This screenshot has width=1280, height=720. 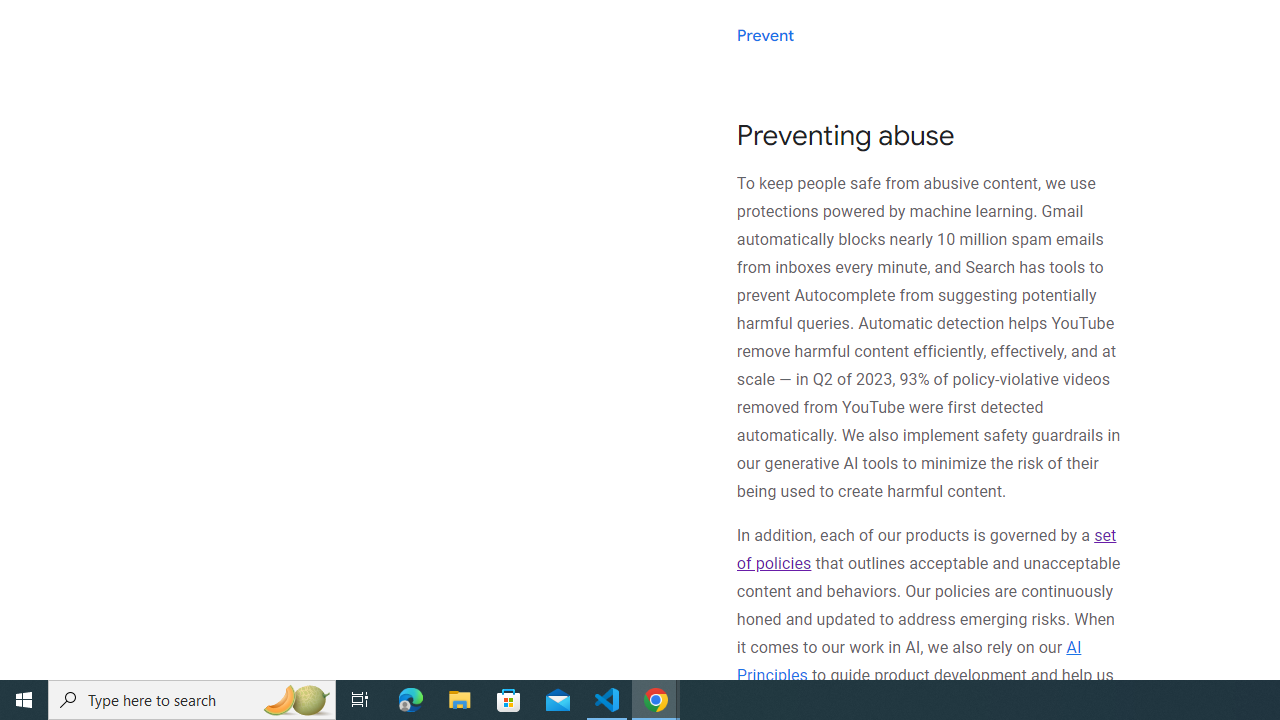 I want to click on 'Microsoft Edge', so click(x=410, y=698).